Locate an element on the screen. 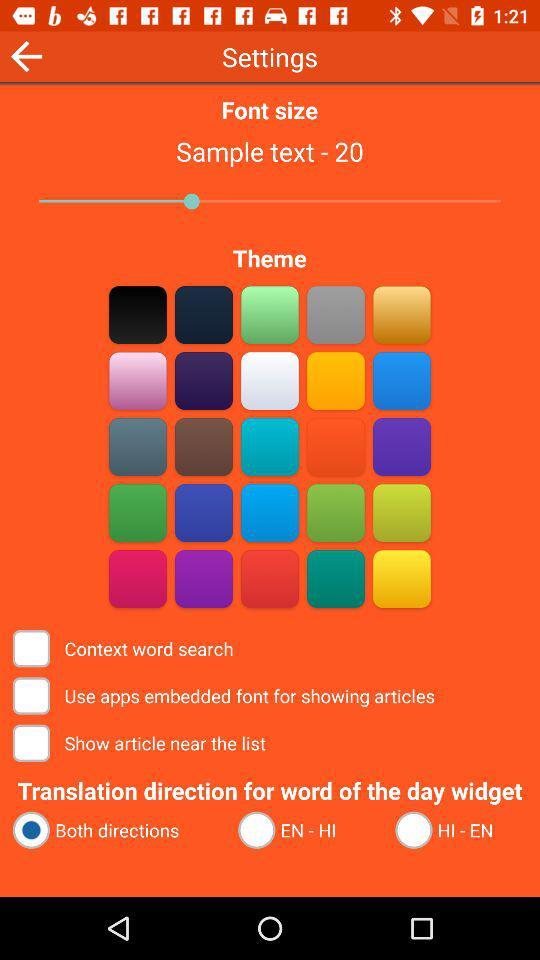 This screenshot has height=960, width=540. a purple theme option is located at coordinates (203, 578).